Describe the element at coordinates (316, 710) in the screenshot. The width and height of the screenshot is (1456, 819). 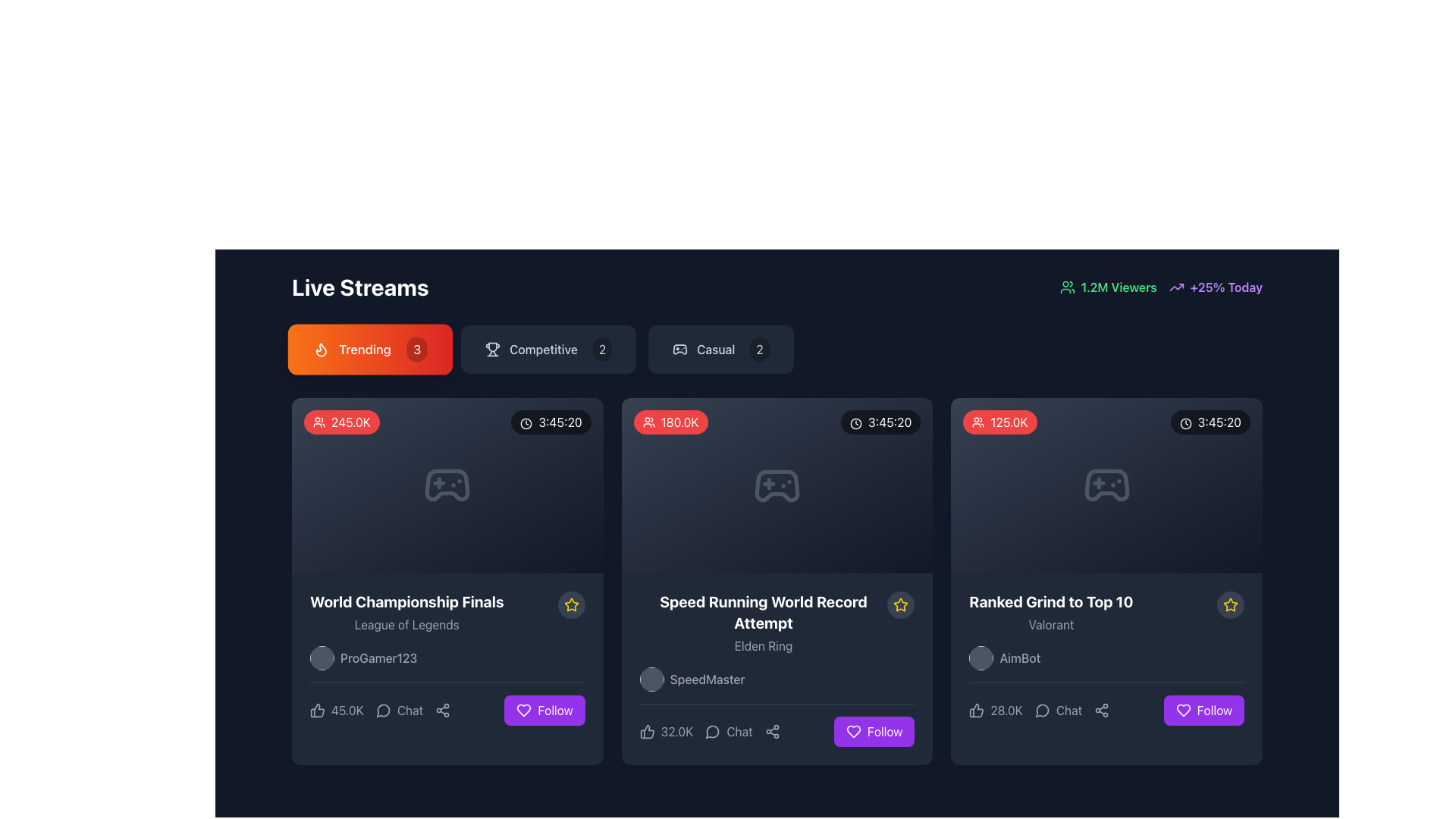
I see `the interactive icon button representing positive feedback, located in the bottom left corner of the 'World Championship Finals' card` at that location.